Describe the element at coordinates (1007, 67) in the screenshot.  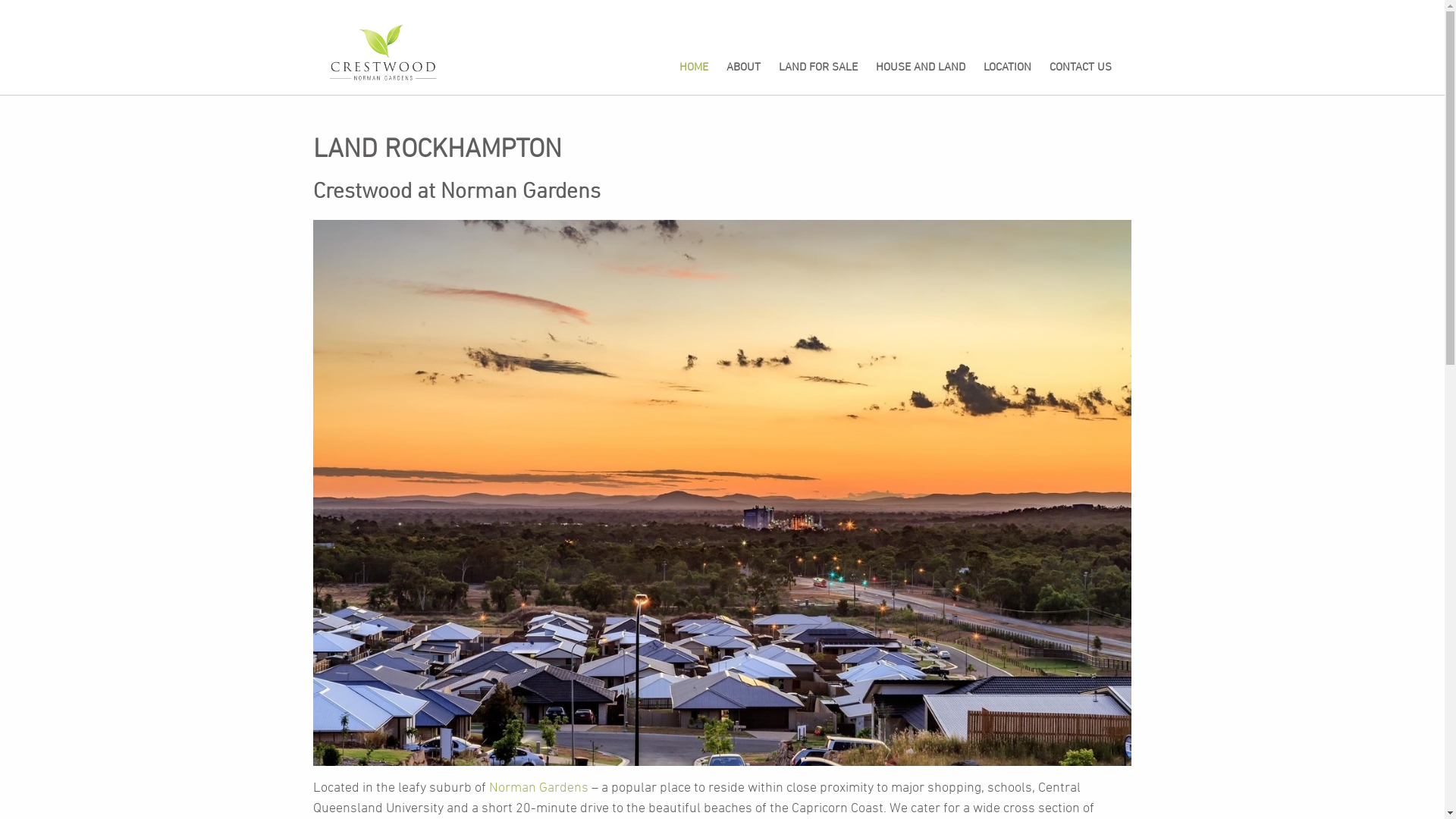
I see `'LOCATION'` at that location.